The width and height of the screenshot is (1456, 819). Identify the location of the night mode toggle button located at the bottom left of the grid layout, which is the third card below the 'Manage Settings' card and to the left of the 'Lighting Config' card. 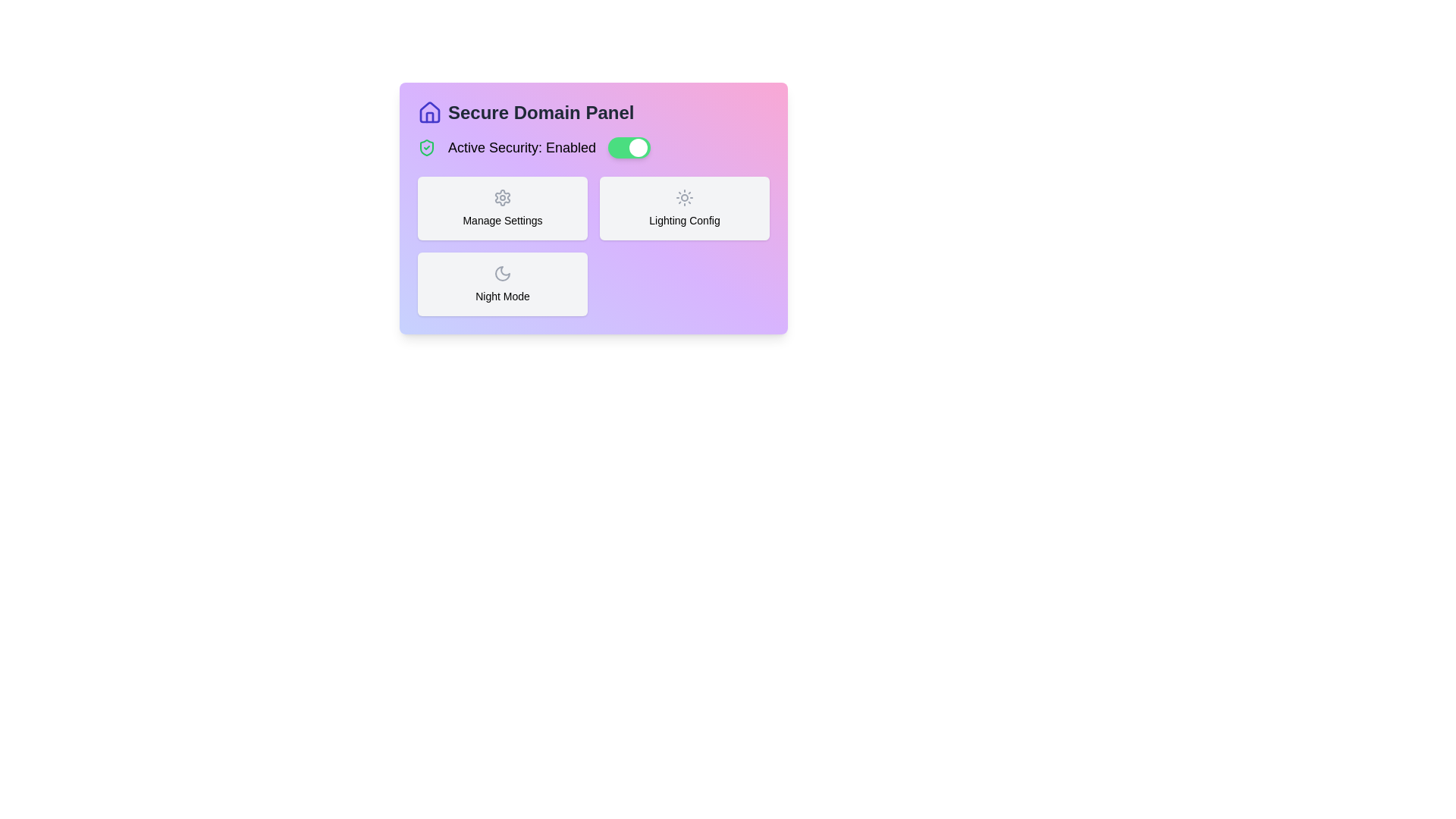
(502, 284).